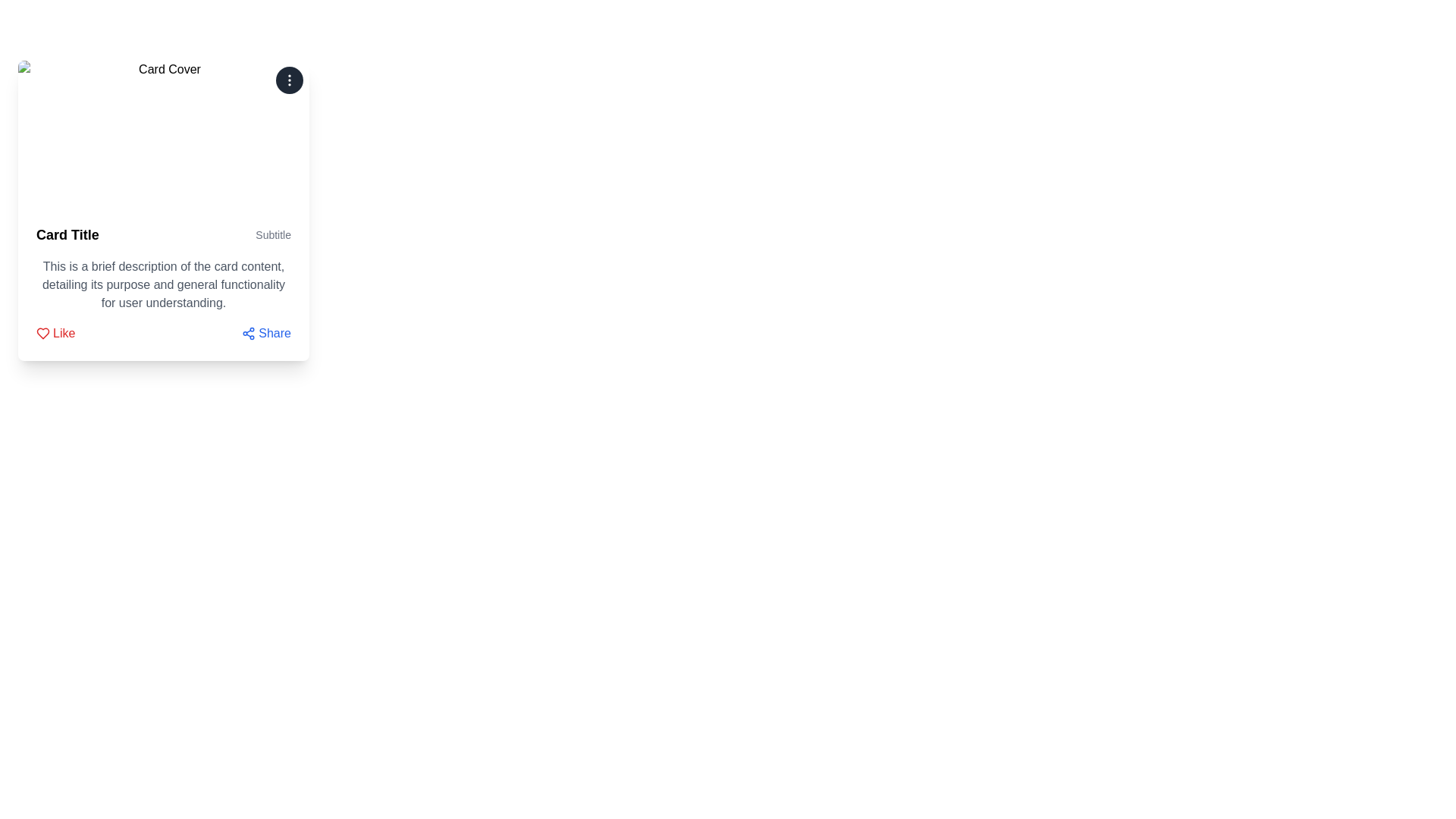 The width and height of the screenshot is (1456, 819). What do you see at coordinates (273, 234) in the screenshot?
I see `the text label displaying 'Subtitle' in a smaller gray font, located in the upper-right section of the card interface next to the bold title 'Card Title'` at bounding box center [273, 234].